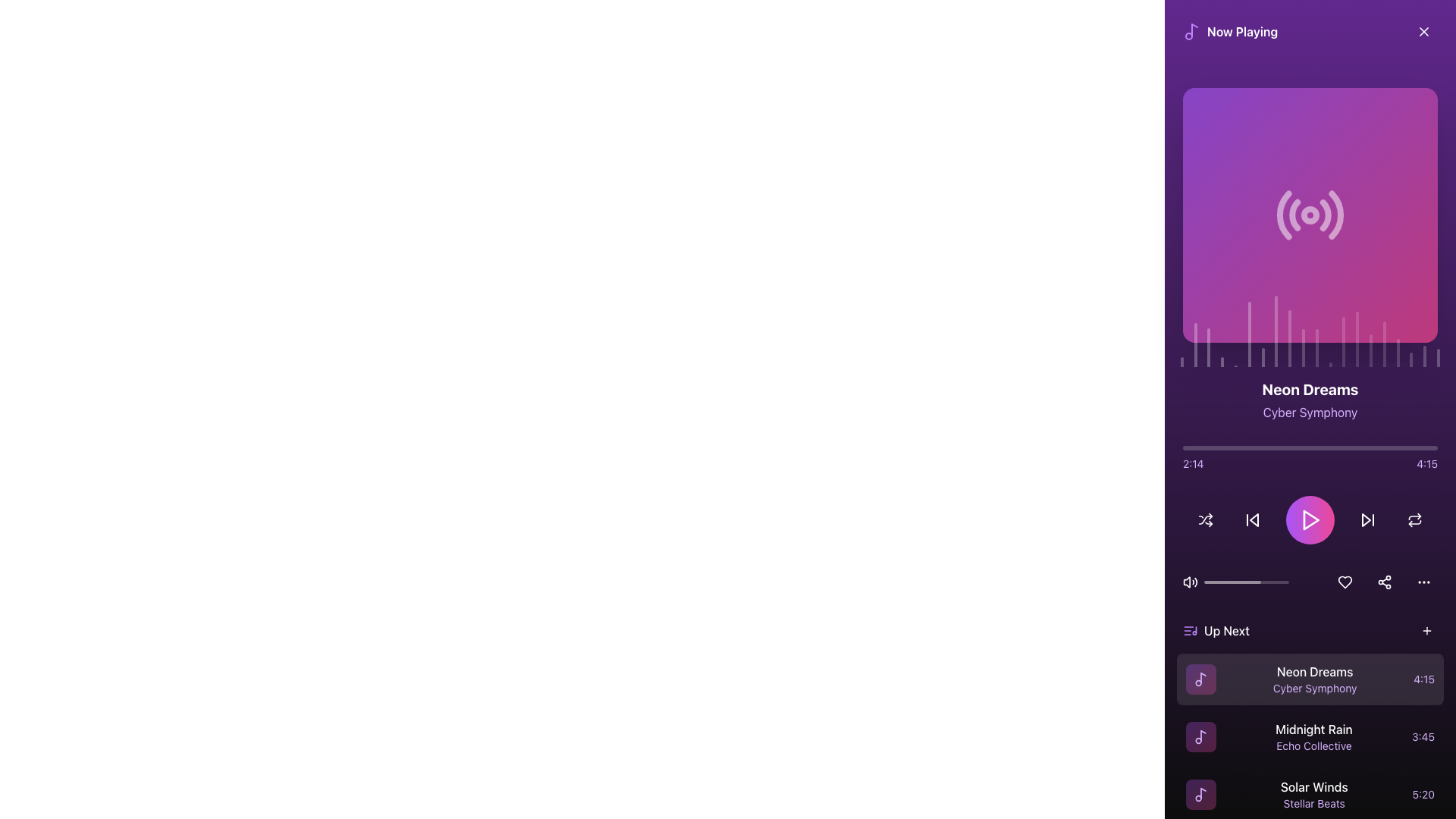  What do you see at coordinates (1310, 412) in the screenshot?
I see `the text label 'Cyber Symphony' which is styled in purple and positioned under the header 'Neon Dreams'` at bounding box center [1310, 412].